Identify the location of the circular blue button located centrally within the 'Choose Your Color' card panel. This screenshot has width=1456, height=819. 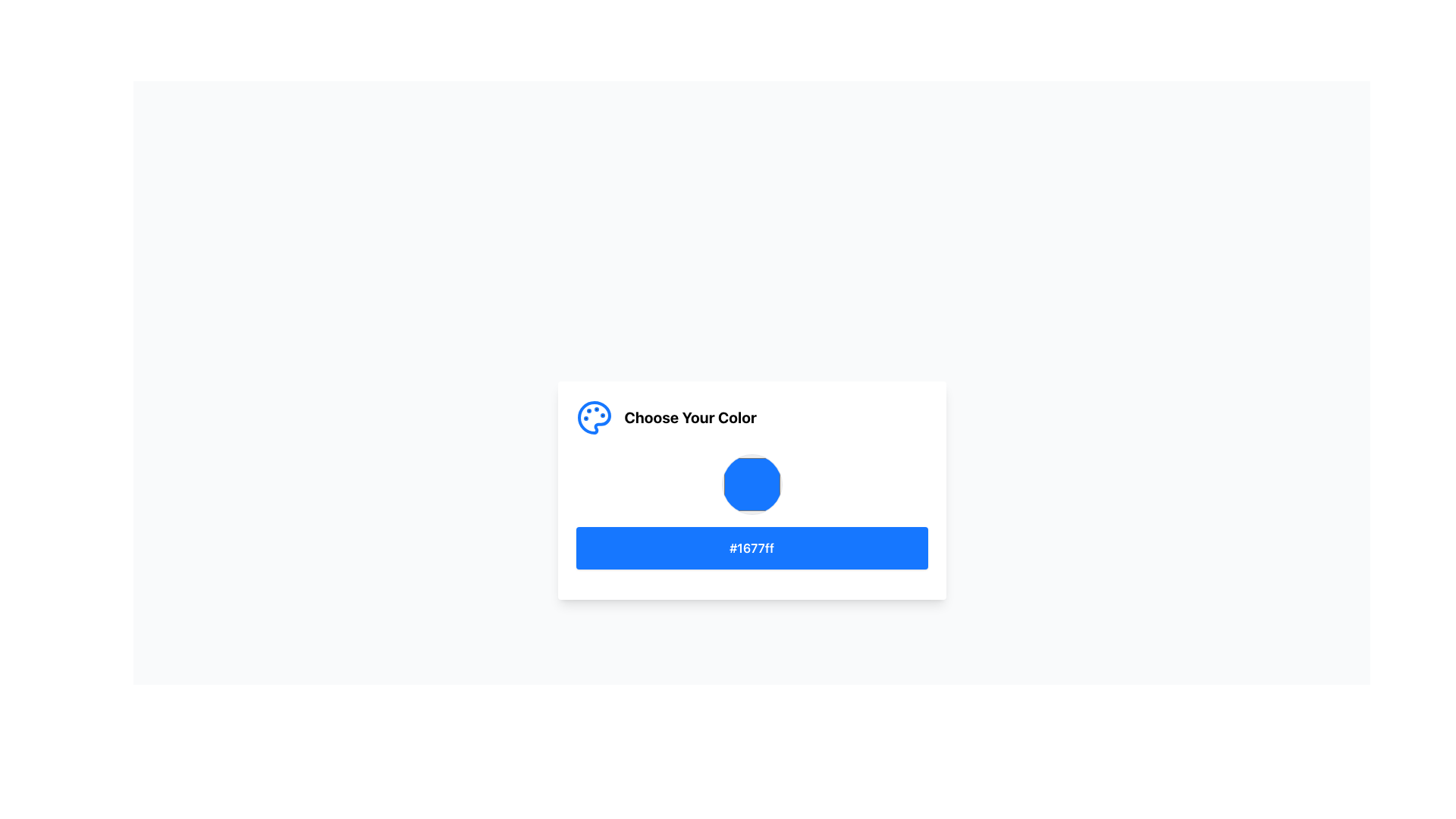
(752, 485).